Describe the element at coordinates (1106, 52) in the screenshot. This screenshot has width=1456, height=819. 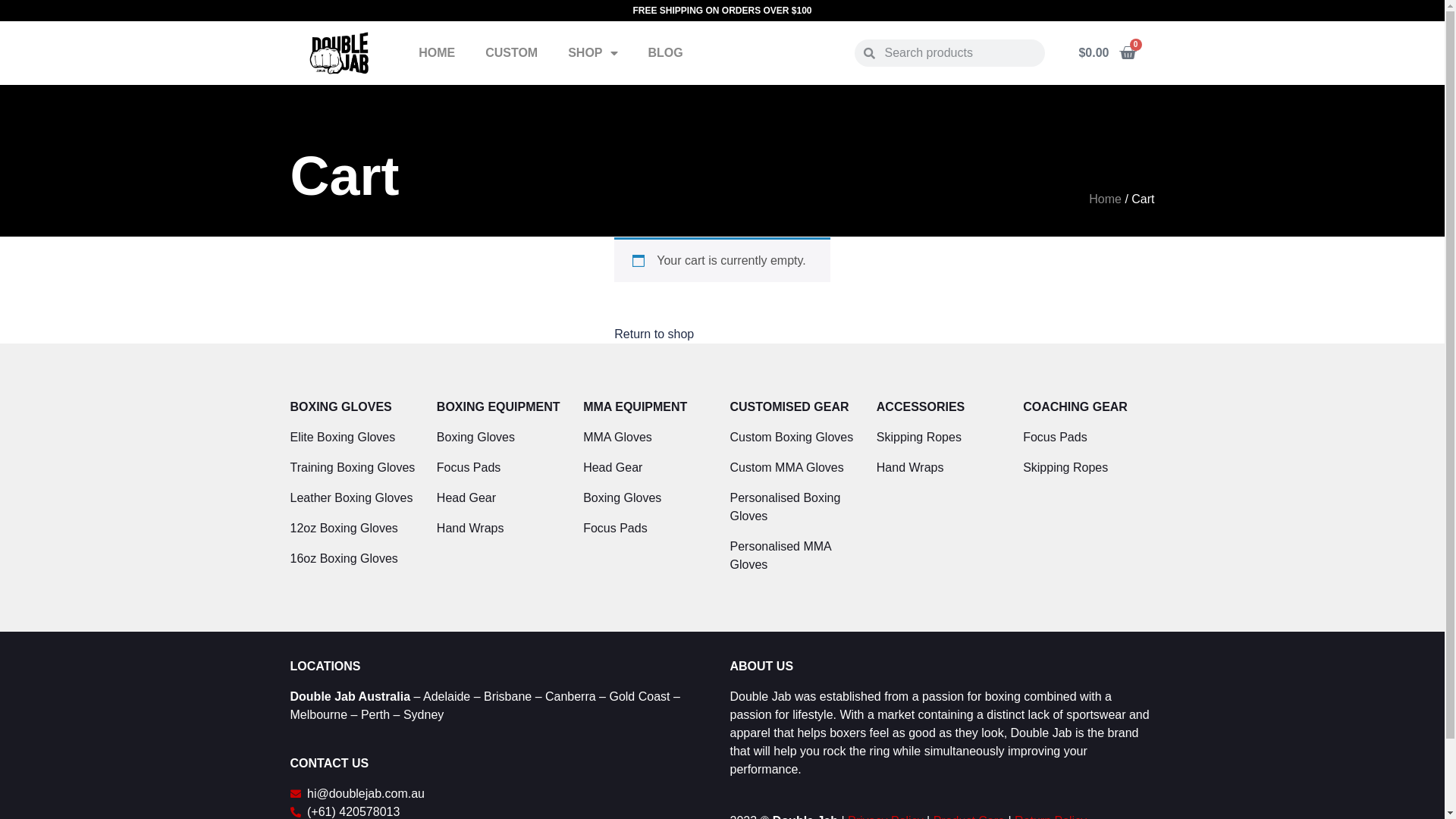
I see `'$0.00` at that location.